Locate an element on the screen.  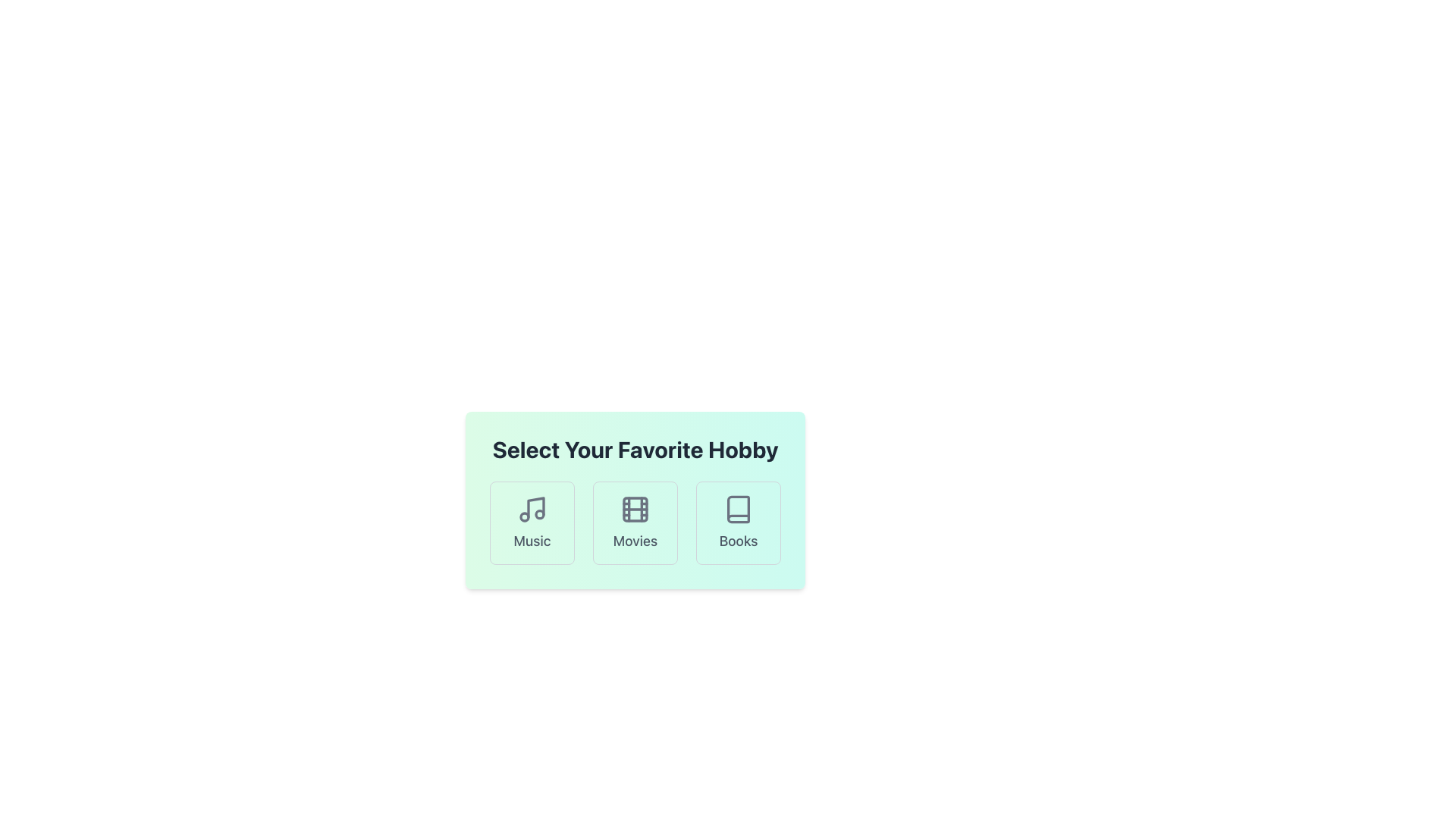
the 'Movies' icon, which is centrally located above the text 'Movies' in the selection interface for hobbies is located at coordinates (635, 509).